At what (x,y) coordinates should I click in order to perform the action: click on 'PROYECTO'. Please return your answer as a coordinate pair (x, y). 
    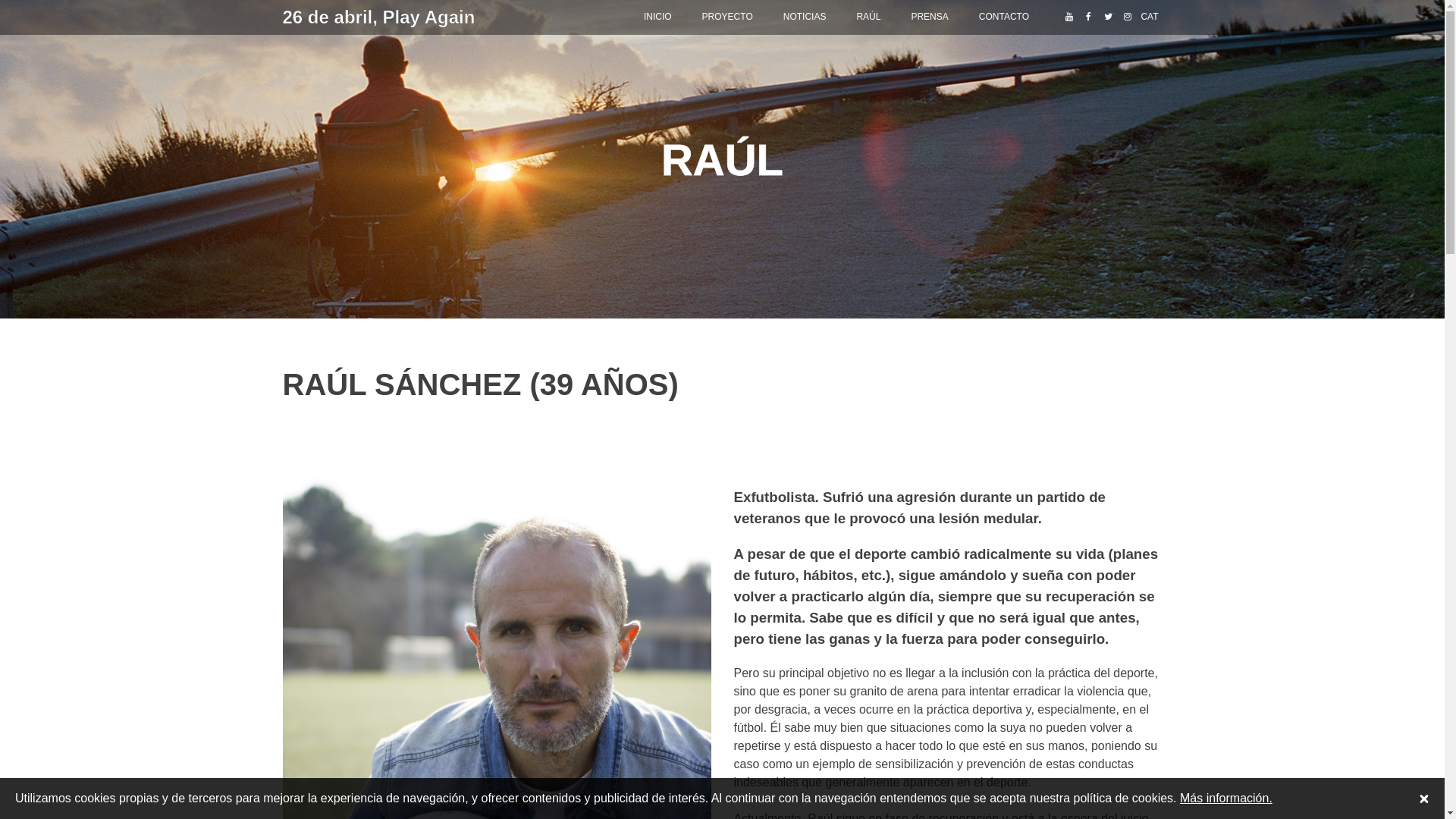
    Looking at the image, I should click on (726, 17).